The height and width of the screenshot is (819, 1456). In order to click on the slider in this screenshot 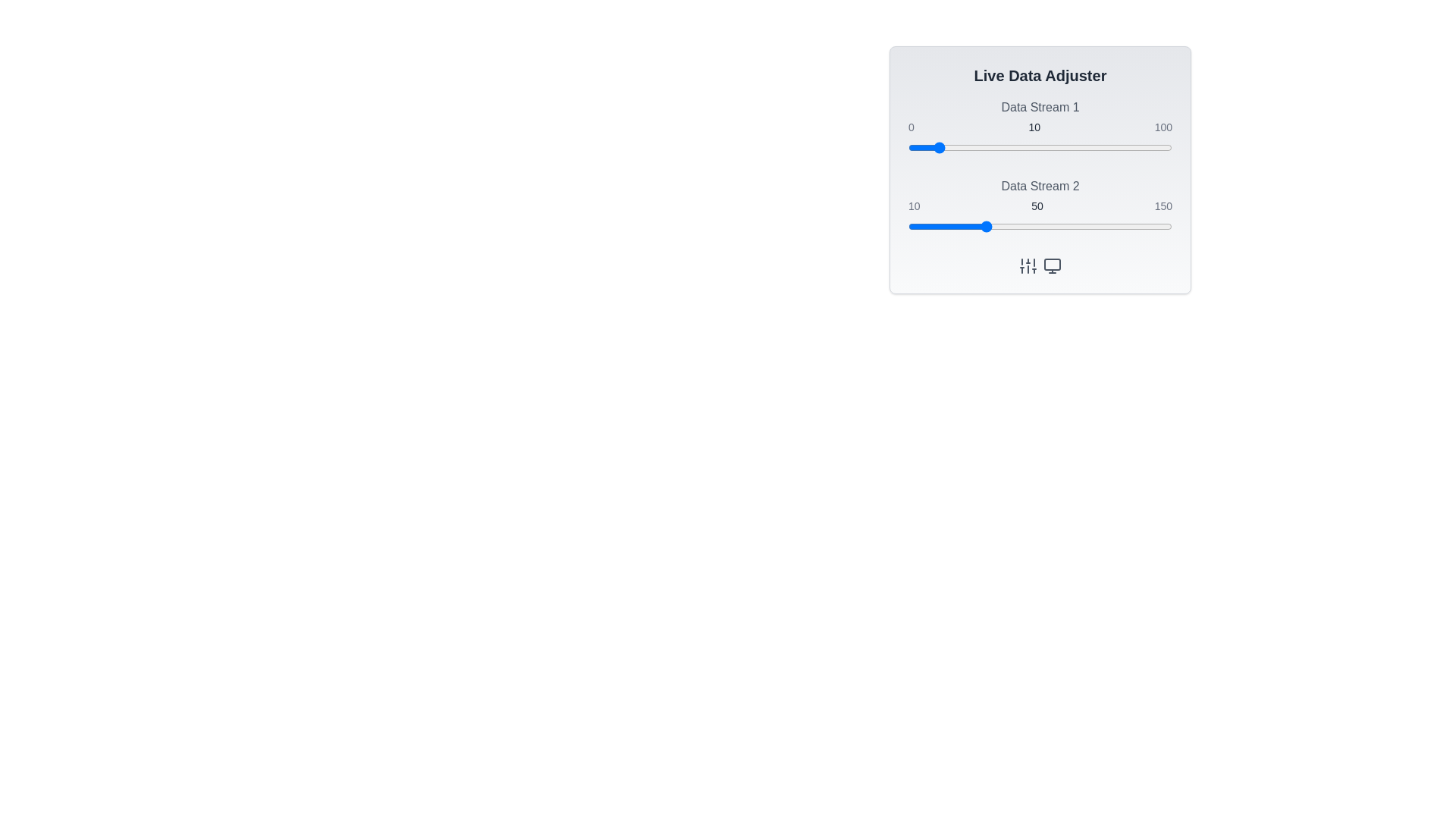, I will do `click(947, 148)`.